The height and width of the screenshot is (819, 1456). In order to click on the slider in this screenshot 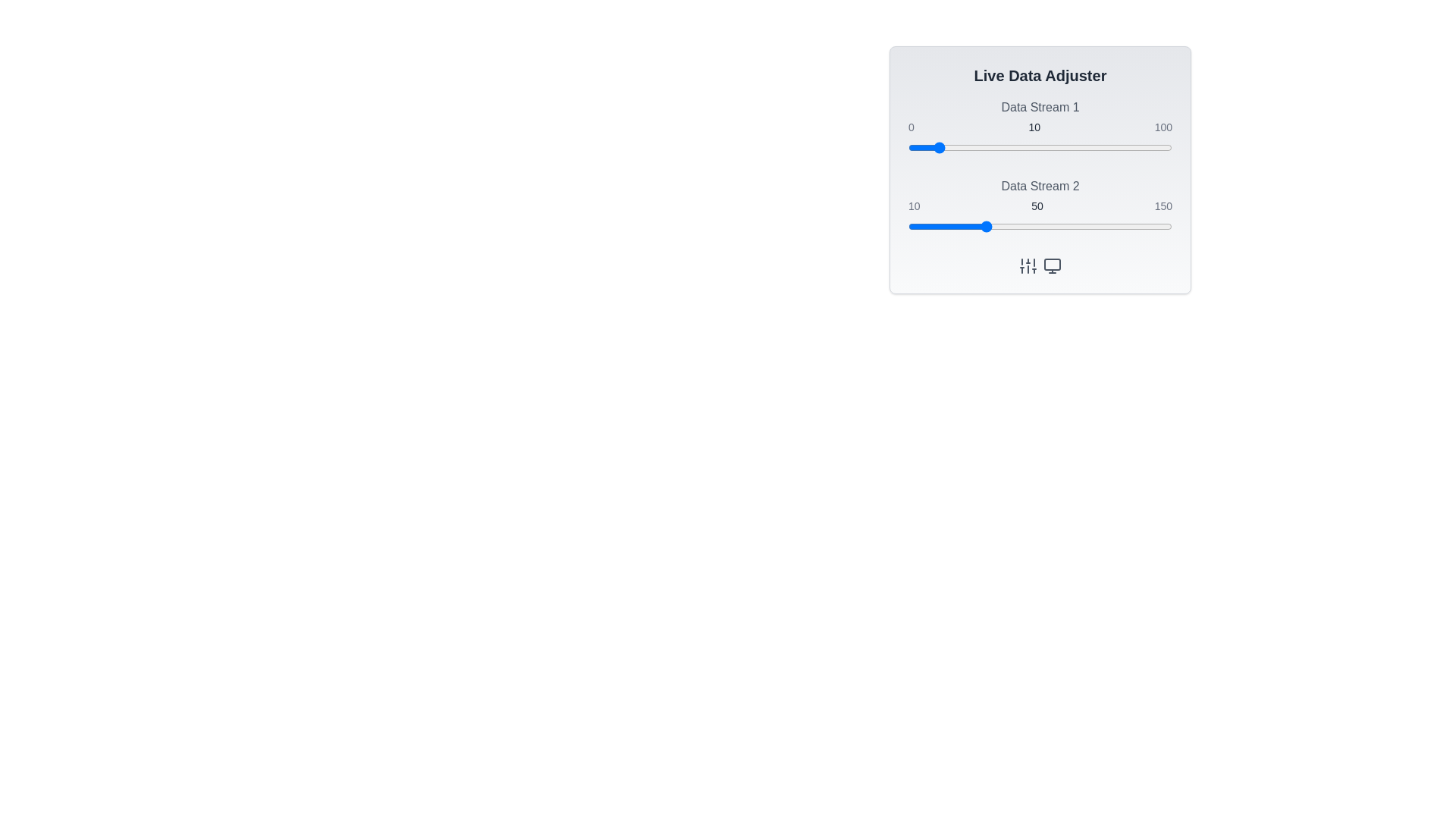, I will do `click(947, 148)`.